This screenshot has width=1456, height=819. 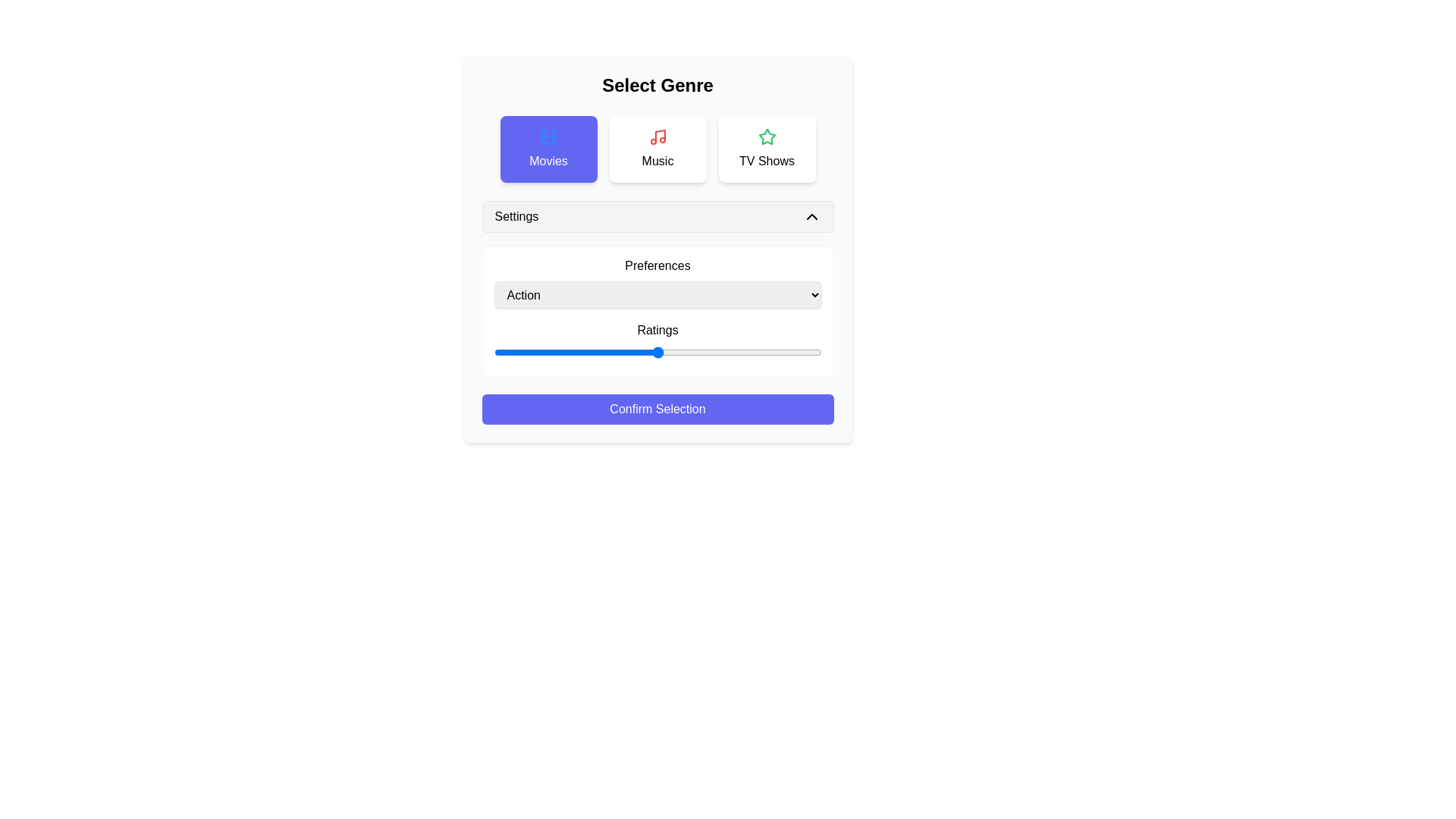 I want to click on the rating, so click(x=670, y=353).